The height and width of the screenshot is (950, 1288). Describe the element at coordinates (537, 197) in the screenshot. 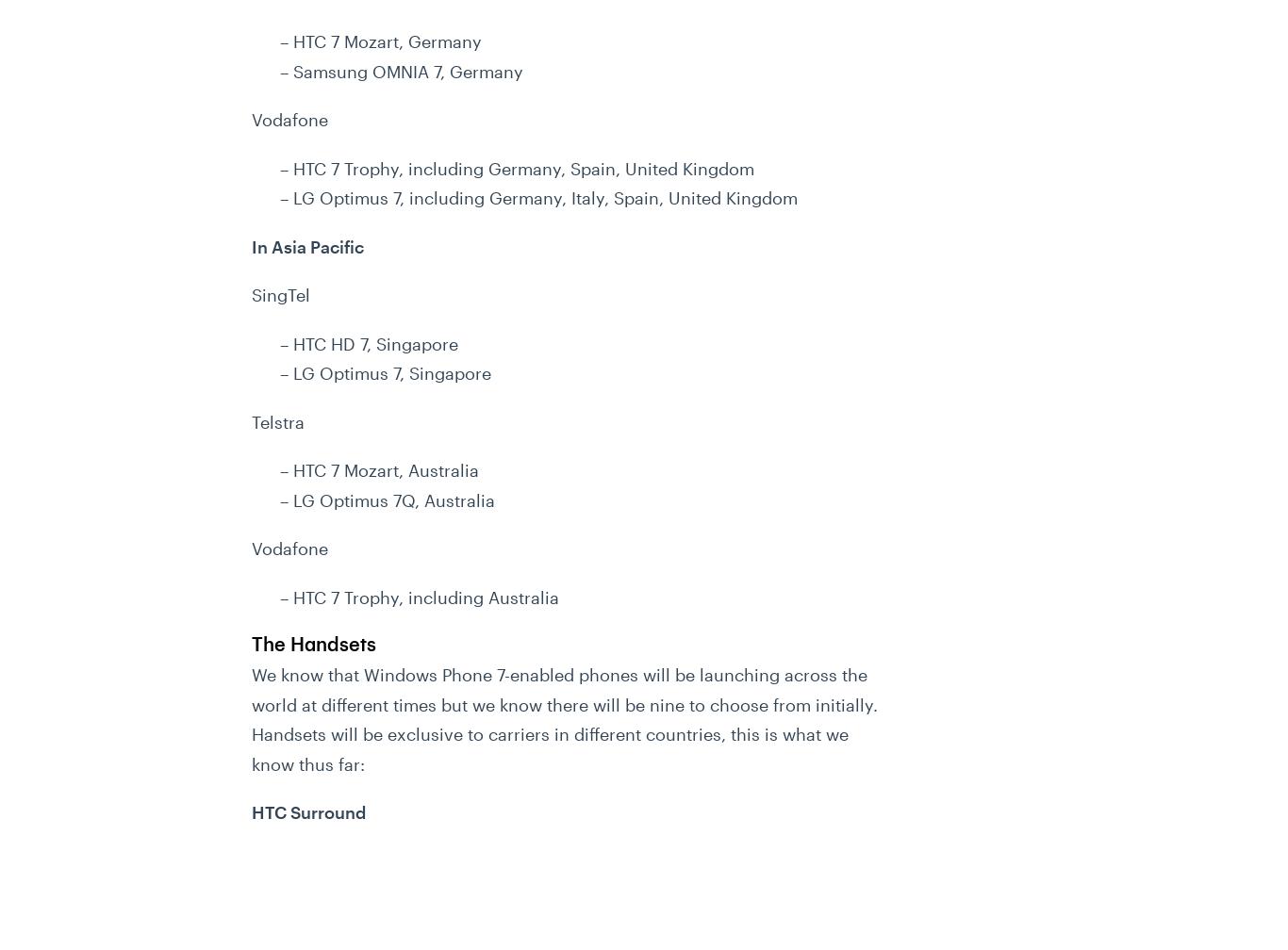

I see `'– LG Optimus 7, including Germany, Italy, Spain, United Kingdom'` at that location.